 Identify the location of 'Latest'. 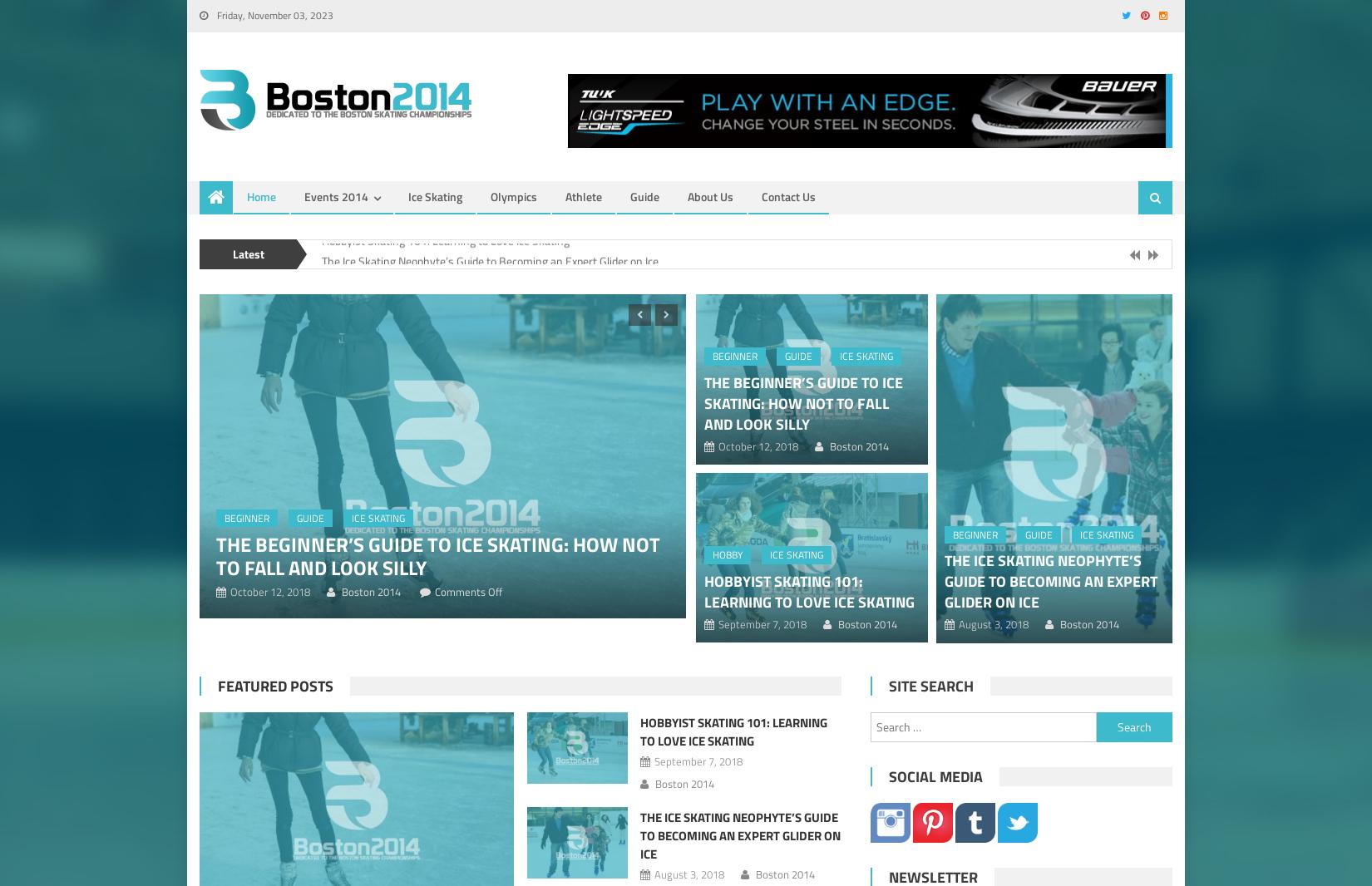
(232, 253).